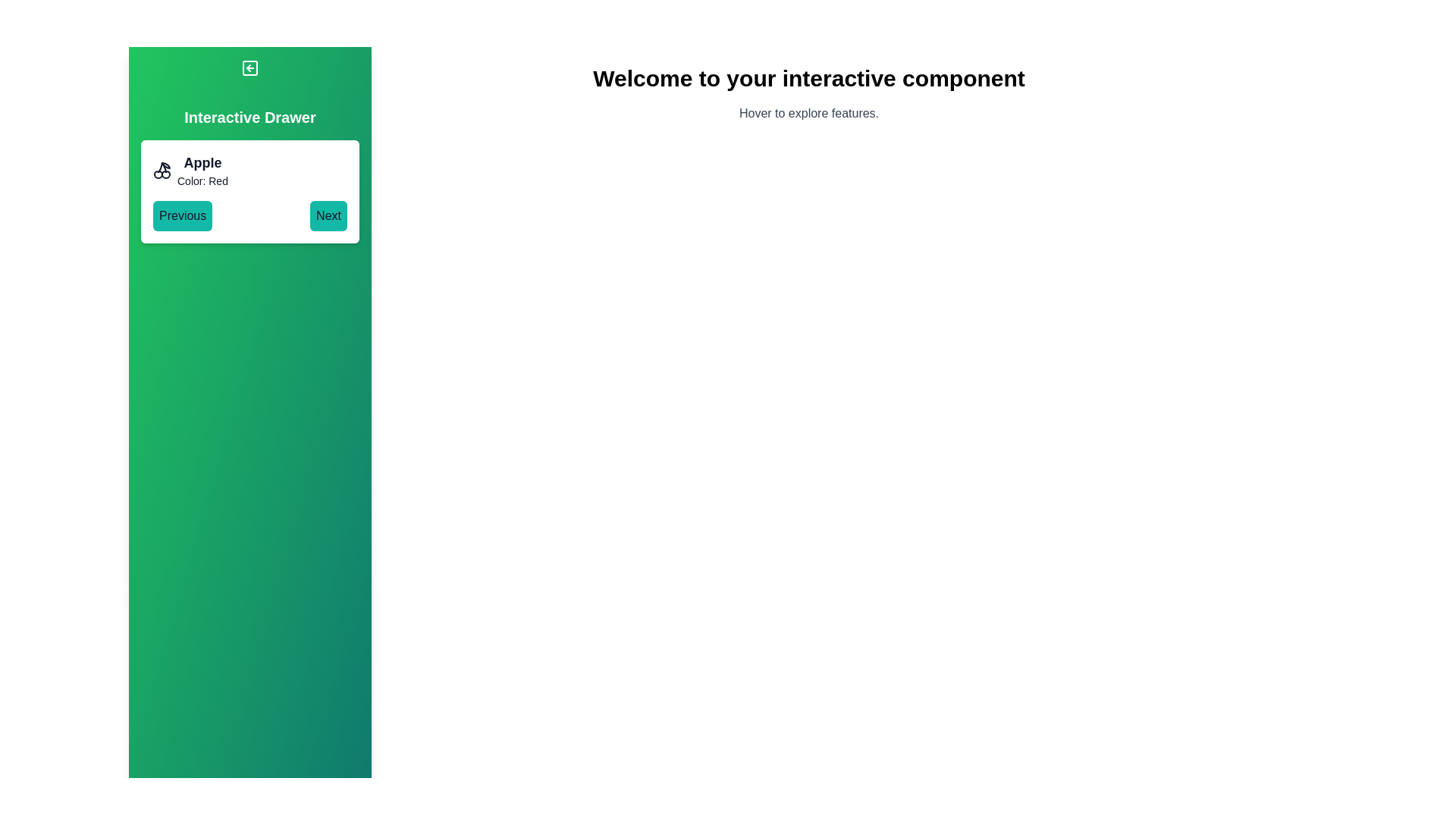 The width and height of the screenshot is (1456, 819). I want to click on the active item's display area to inspect its name and color, so click(250, 170).